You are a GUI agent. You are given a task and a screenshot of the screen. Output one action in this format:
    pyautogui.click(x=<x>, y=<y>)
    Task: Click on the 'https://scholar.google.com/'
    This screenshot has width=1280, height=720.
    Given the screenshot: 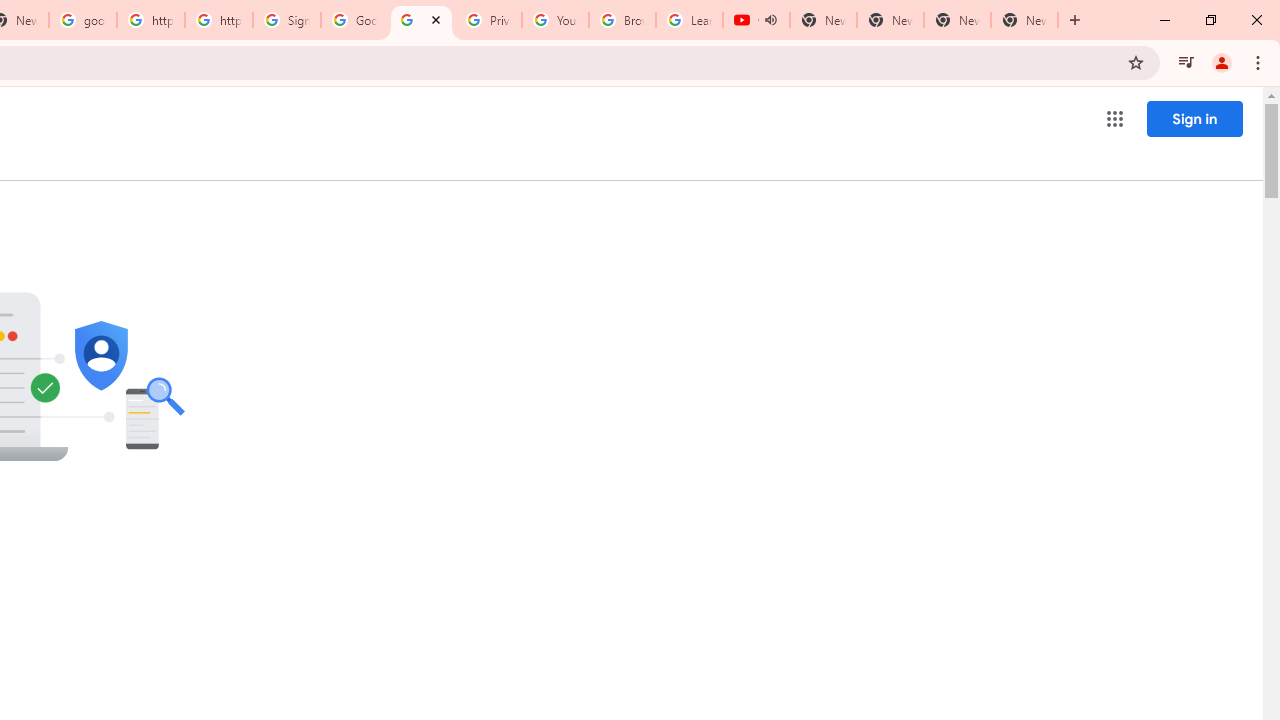 What is the action you would take?
    pyautogui.click(x=150, y=20)
    